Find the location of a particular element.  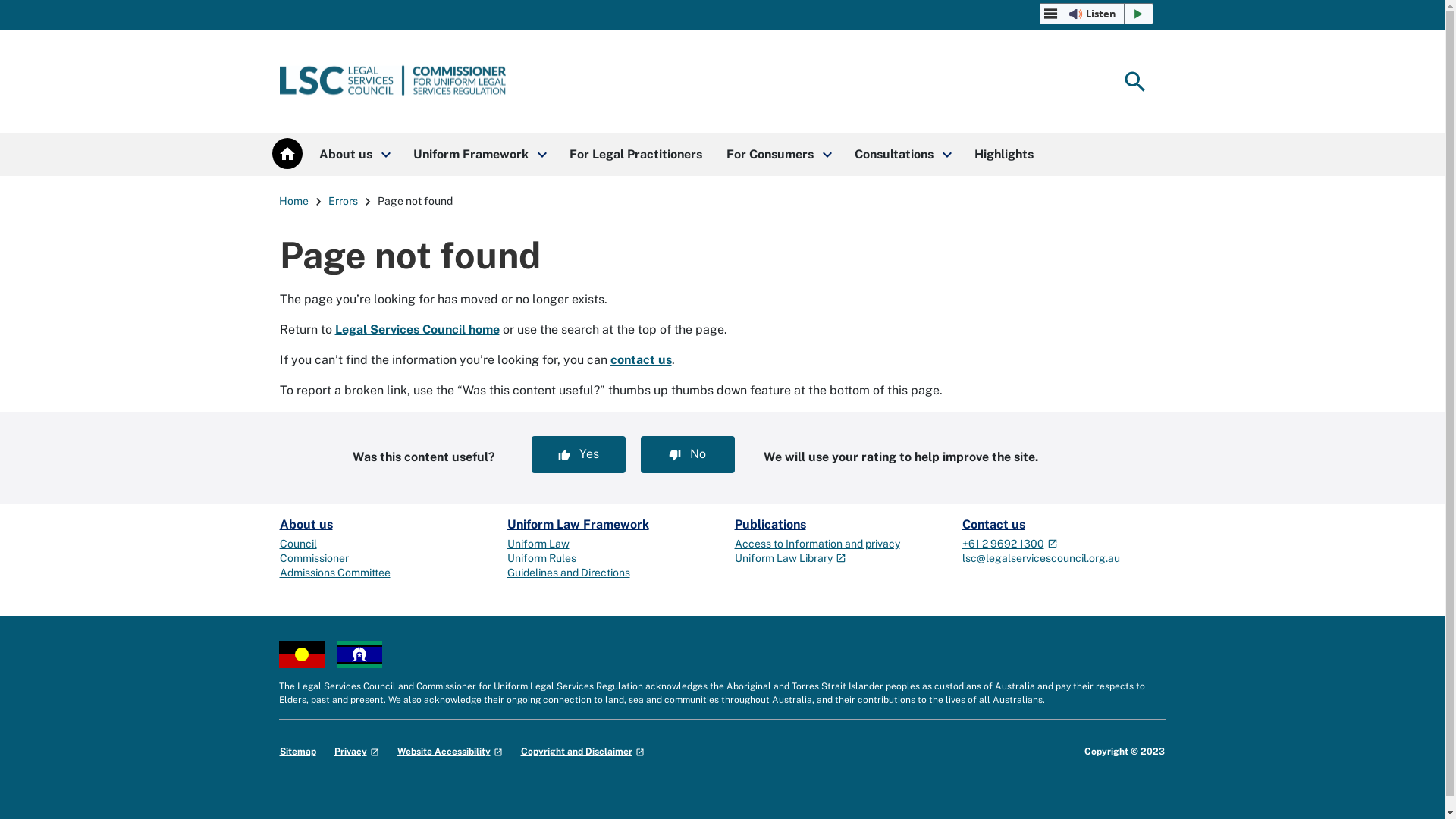

'Listen' is located at coordinates (1096, 14).